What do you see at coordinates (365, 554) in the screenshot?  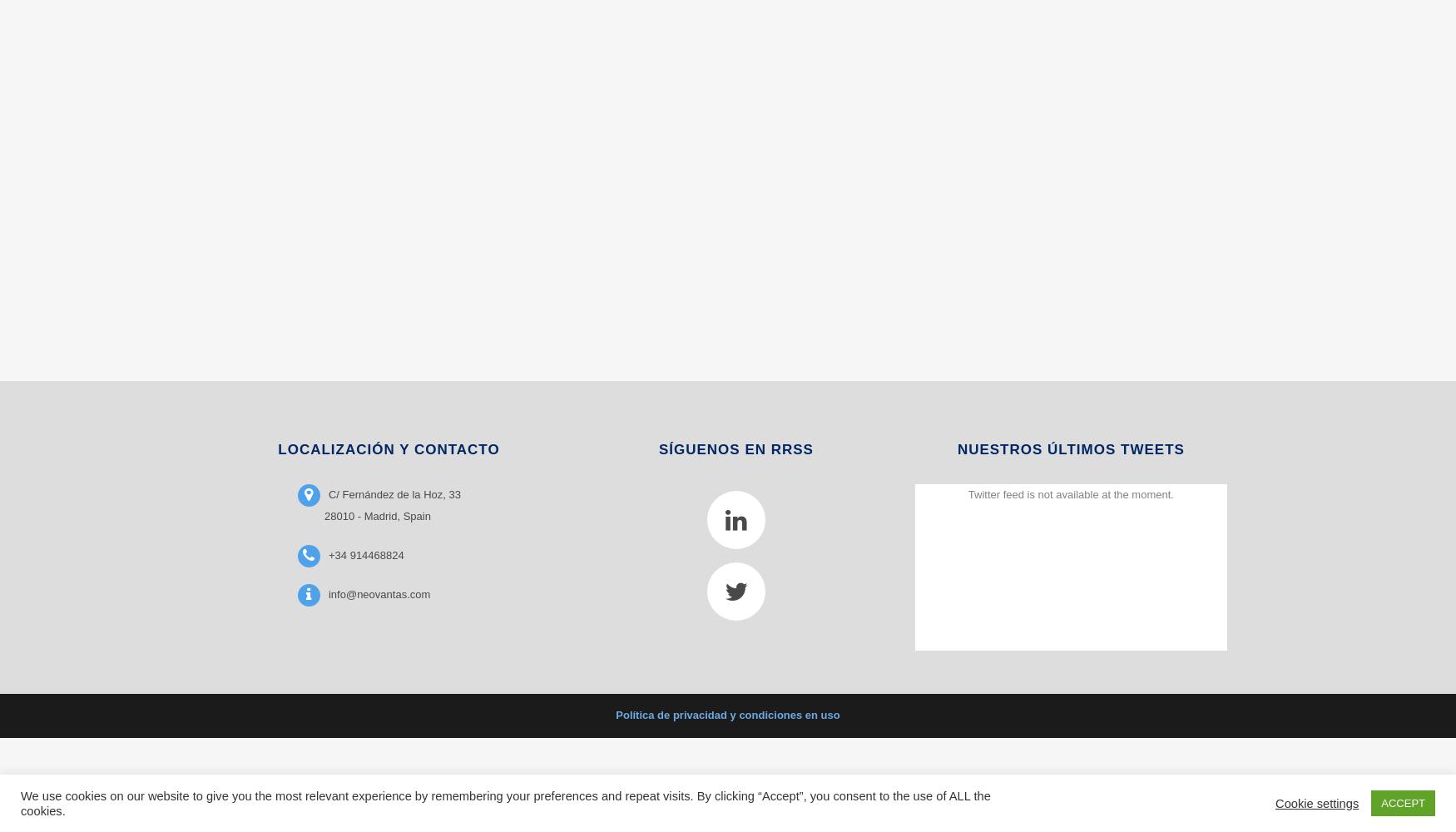 I see `'+34 914468824'` at bounding box center [365, 554].